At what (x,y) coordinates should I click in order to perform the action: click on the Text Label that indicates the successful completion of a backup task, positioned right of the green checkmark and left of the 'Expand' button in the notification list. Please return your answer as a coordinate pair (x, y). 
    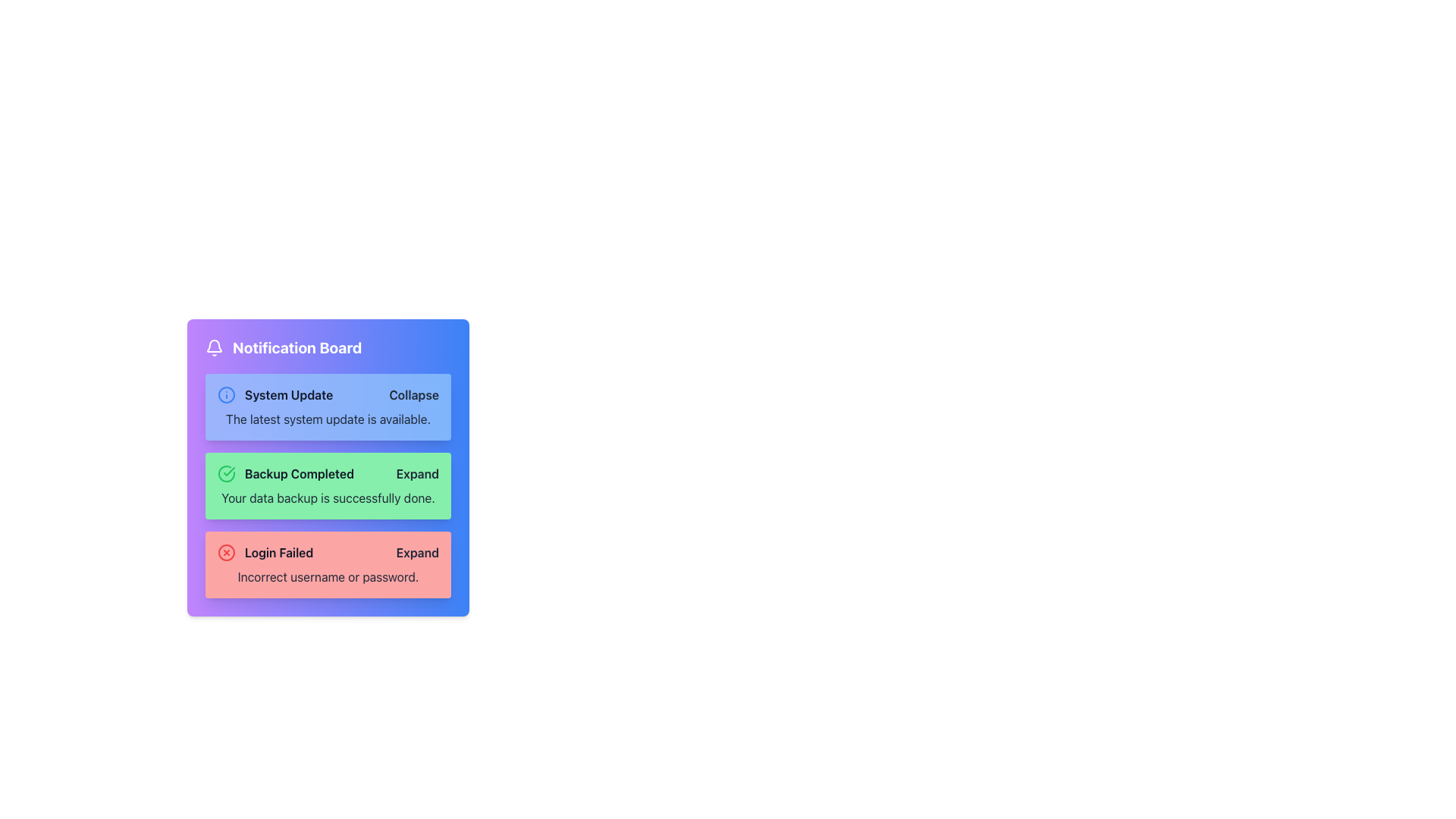
    Looking at the image, I should click on (299, 472).